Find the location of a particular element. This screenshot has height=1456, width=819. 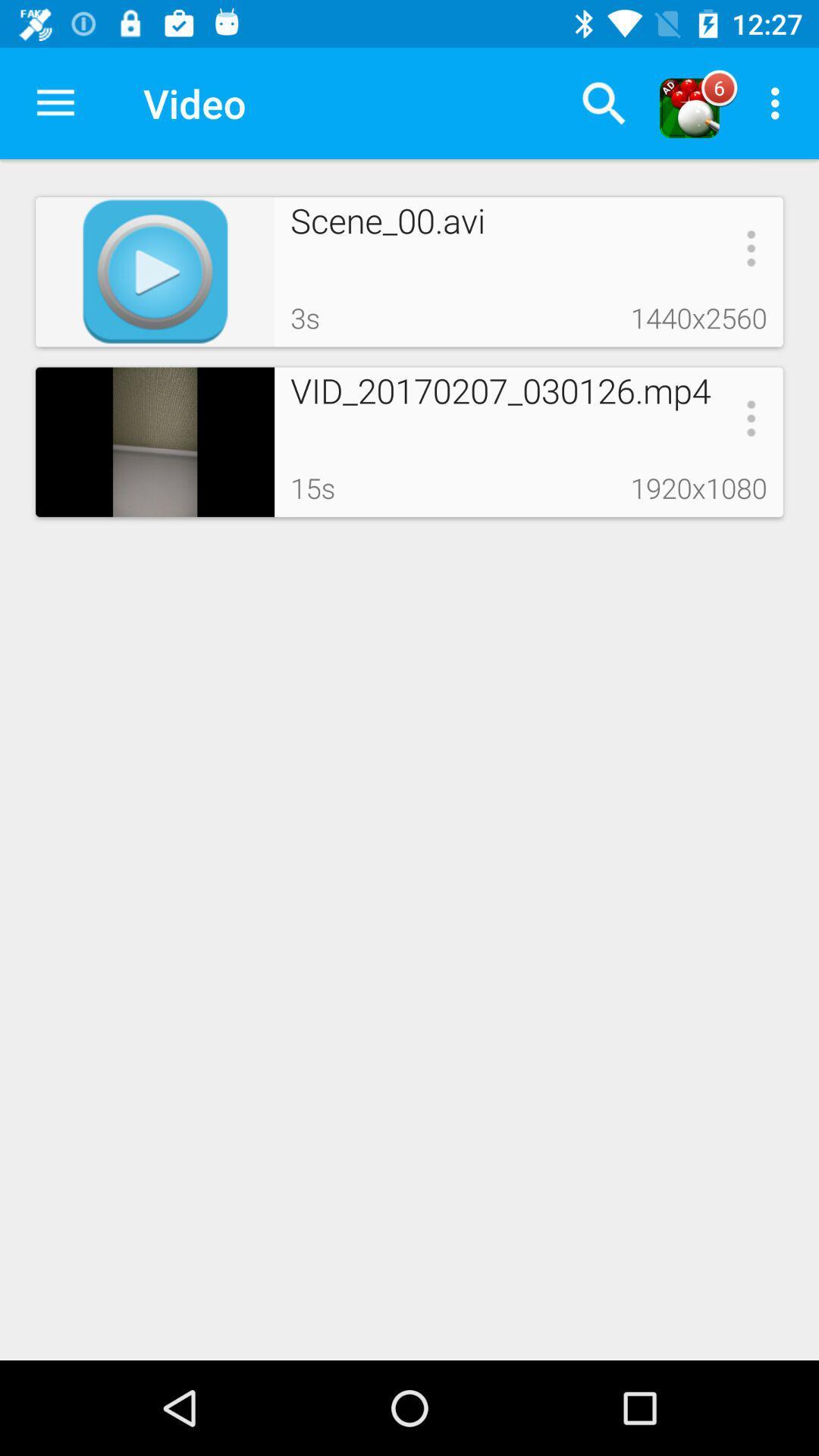

the icon next to the video icon is located at coordinates (603, 102).